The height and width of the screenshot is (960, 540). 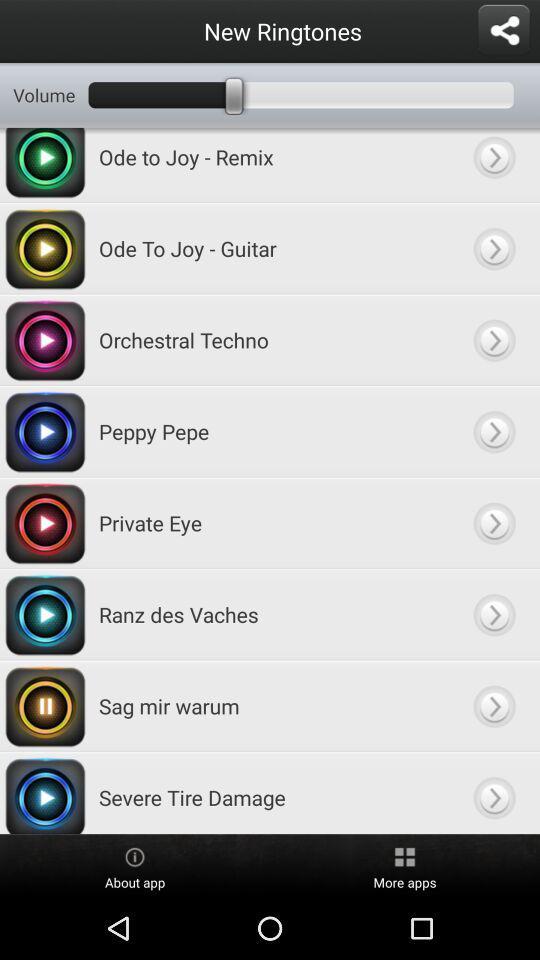 I want to click on expand item menu, so click(x=493, y=431).